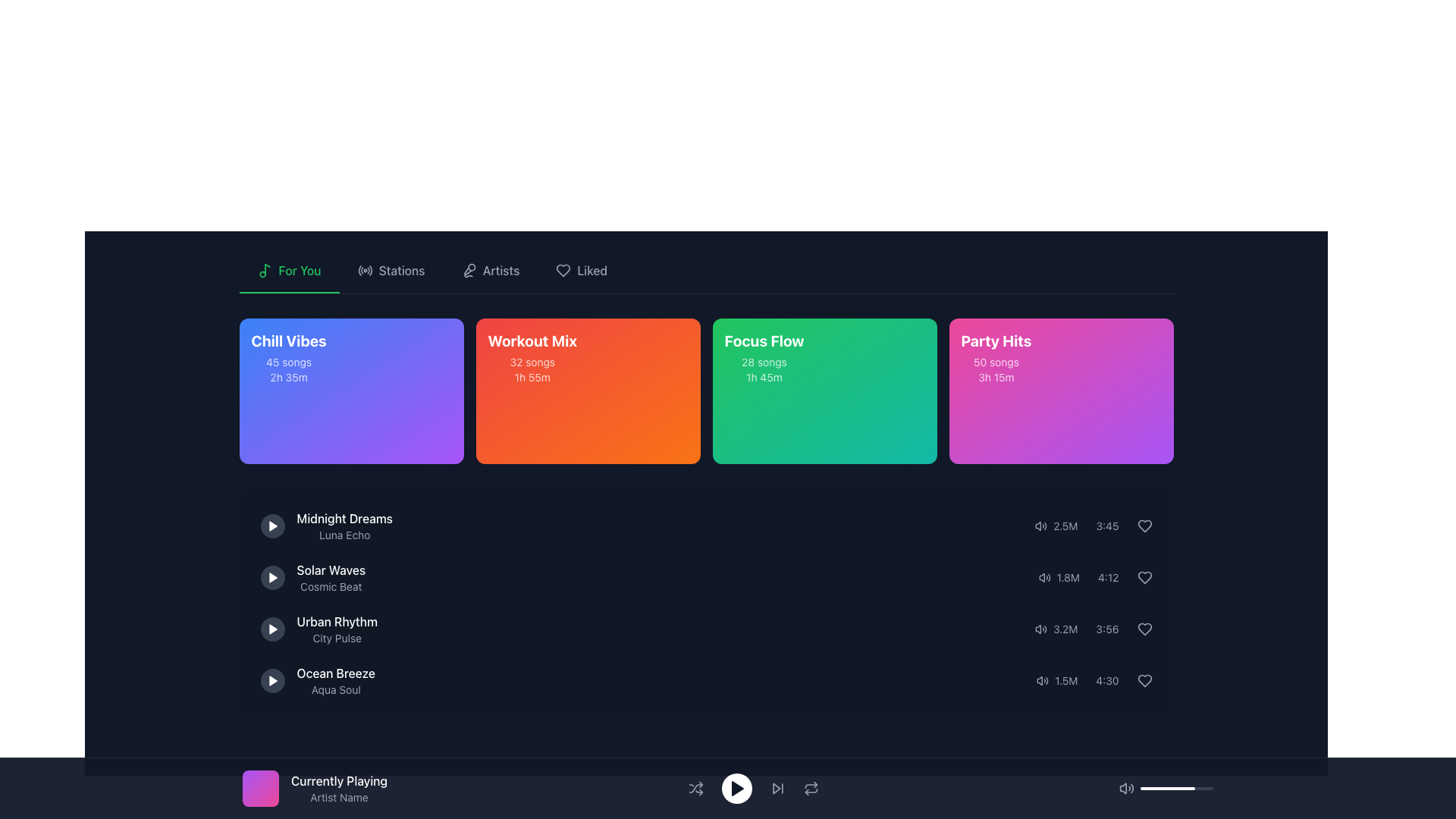 The width and height of the screenshot is (1456, 819). I want to click on the artist name text display located below the 'Currently Playing' text in the bottom bar of the interface, so click(338, 797).